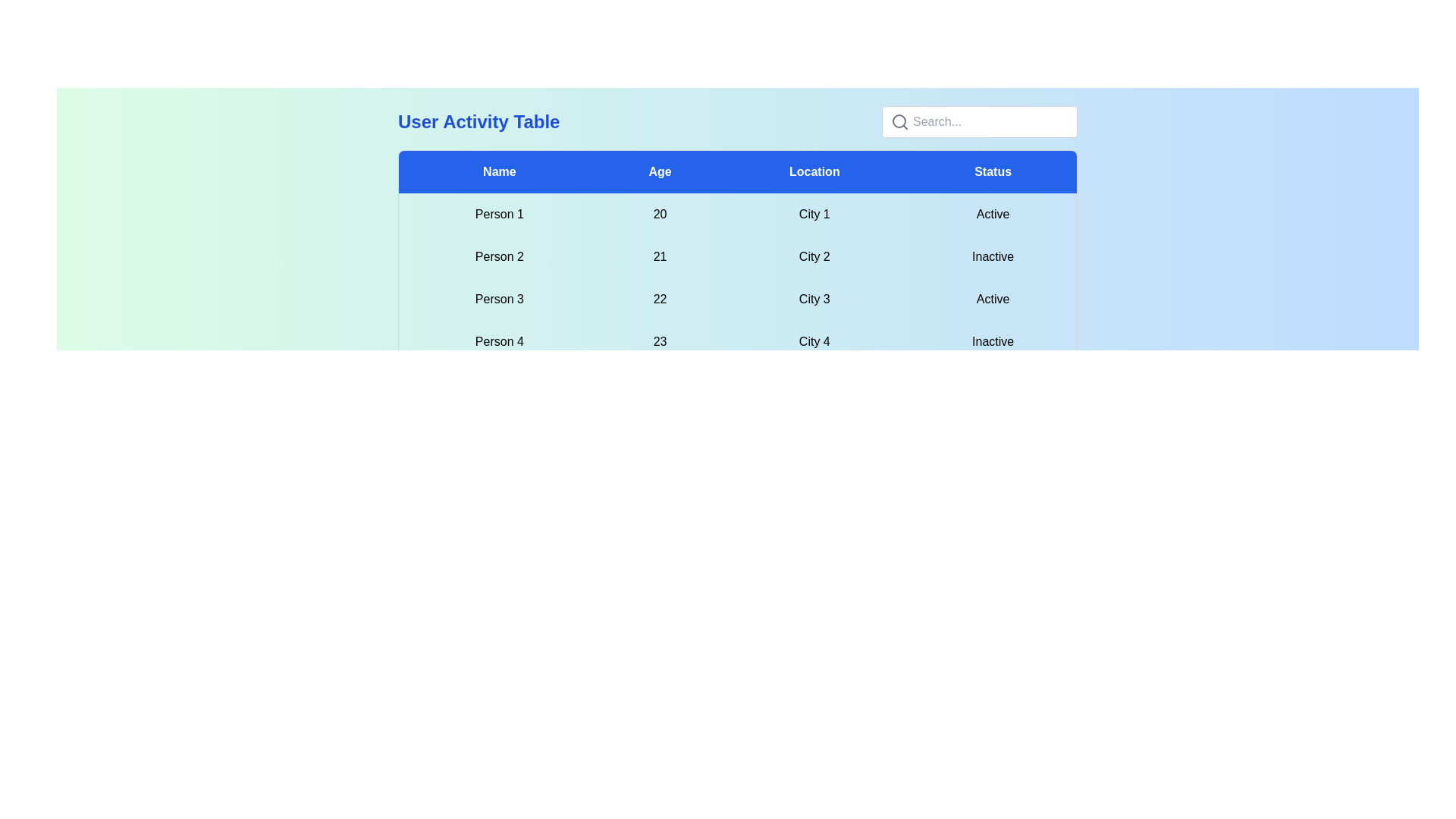  What do you see at coordinates (738, 256) in the screenshot?
I see `the row corresponding to 2` at bounding box center [738, 256].